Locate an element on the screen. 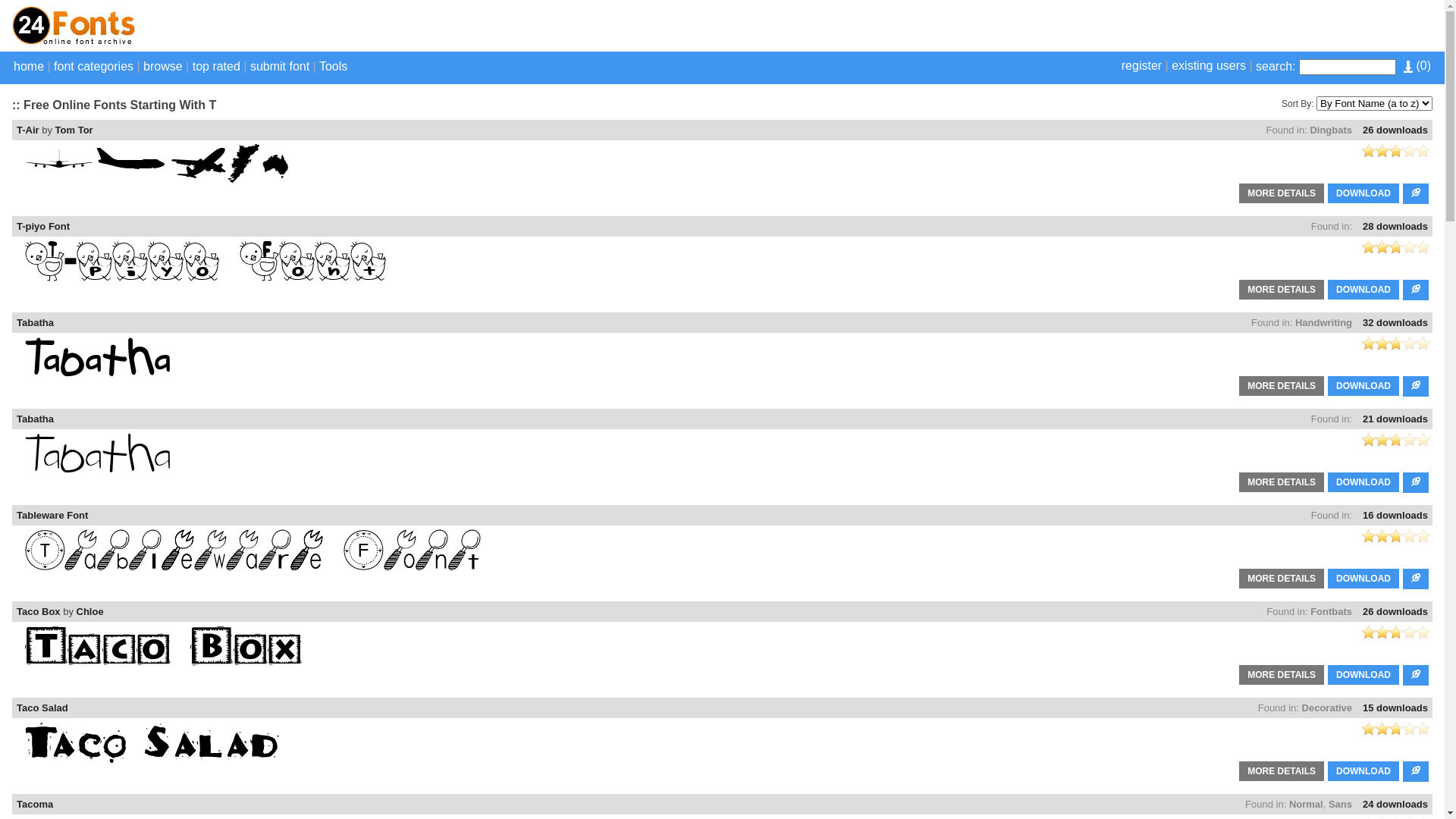 The width and height of the screenshot is (1456, 819). 'Handwriting' is located at coordinates (1323, 322).